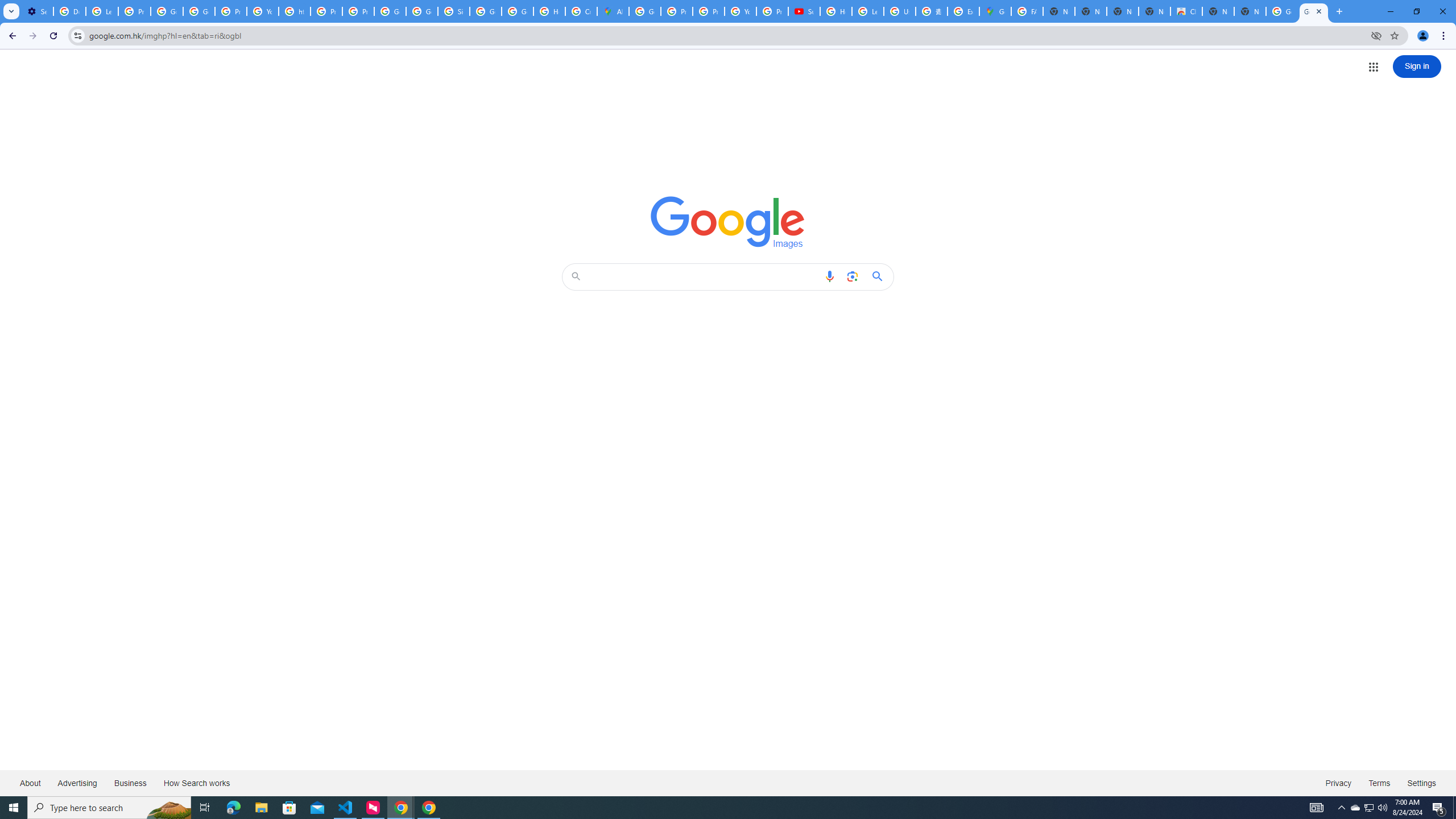 The height and width of the screenshot is (819, 1456). Describe the element at coordinates (1185, 11) in the screenshot. I see `'Chrome Web Store'` at that location.